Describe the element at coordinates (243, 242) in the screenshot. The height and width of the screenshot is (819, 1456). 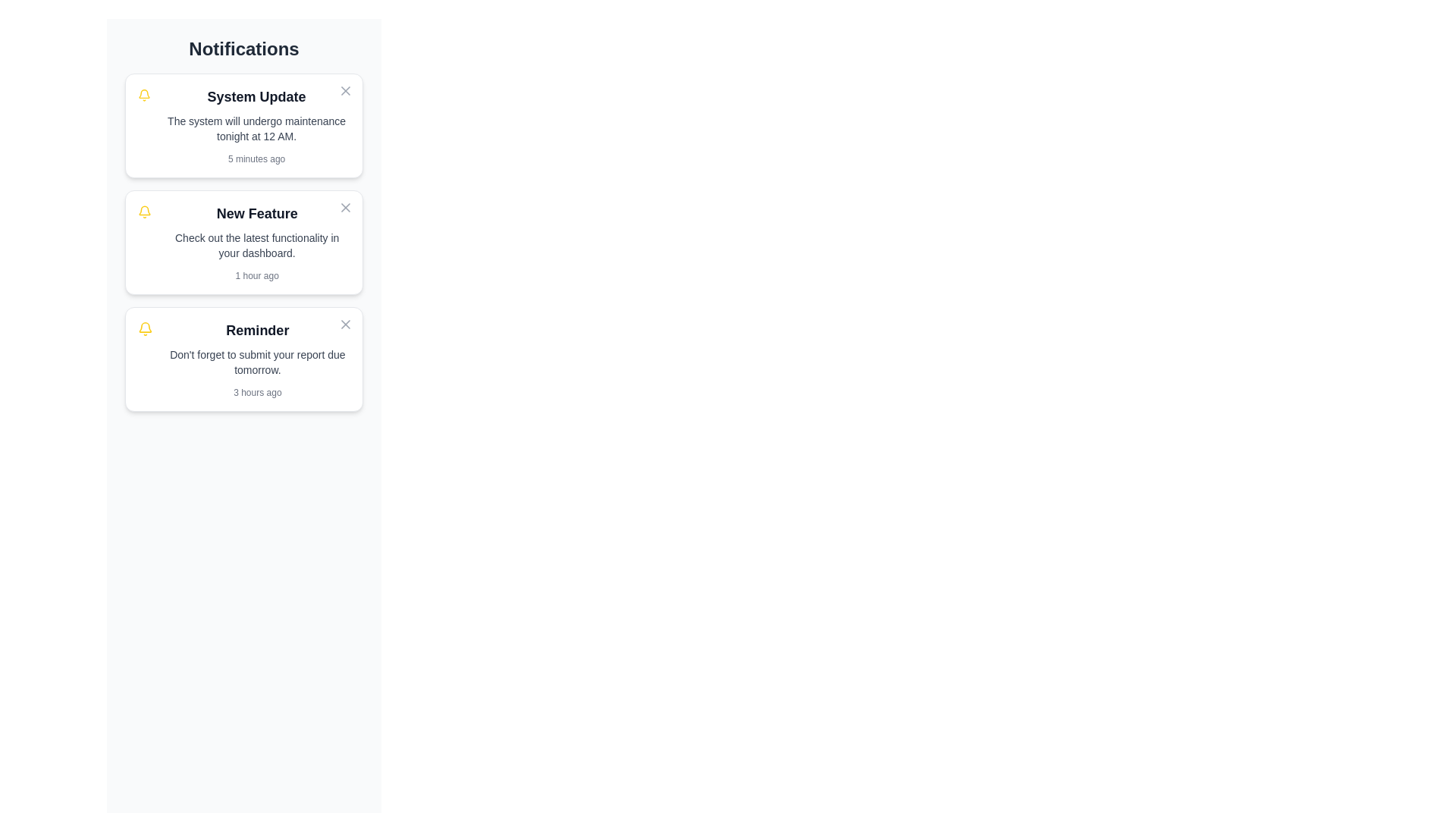
I see `the Notification card, which is the second card in the vertical stack of notifications, positioned centrally below 'System Update' and above 'Reminder'` at that location.